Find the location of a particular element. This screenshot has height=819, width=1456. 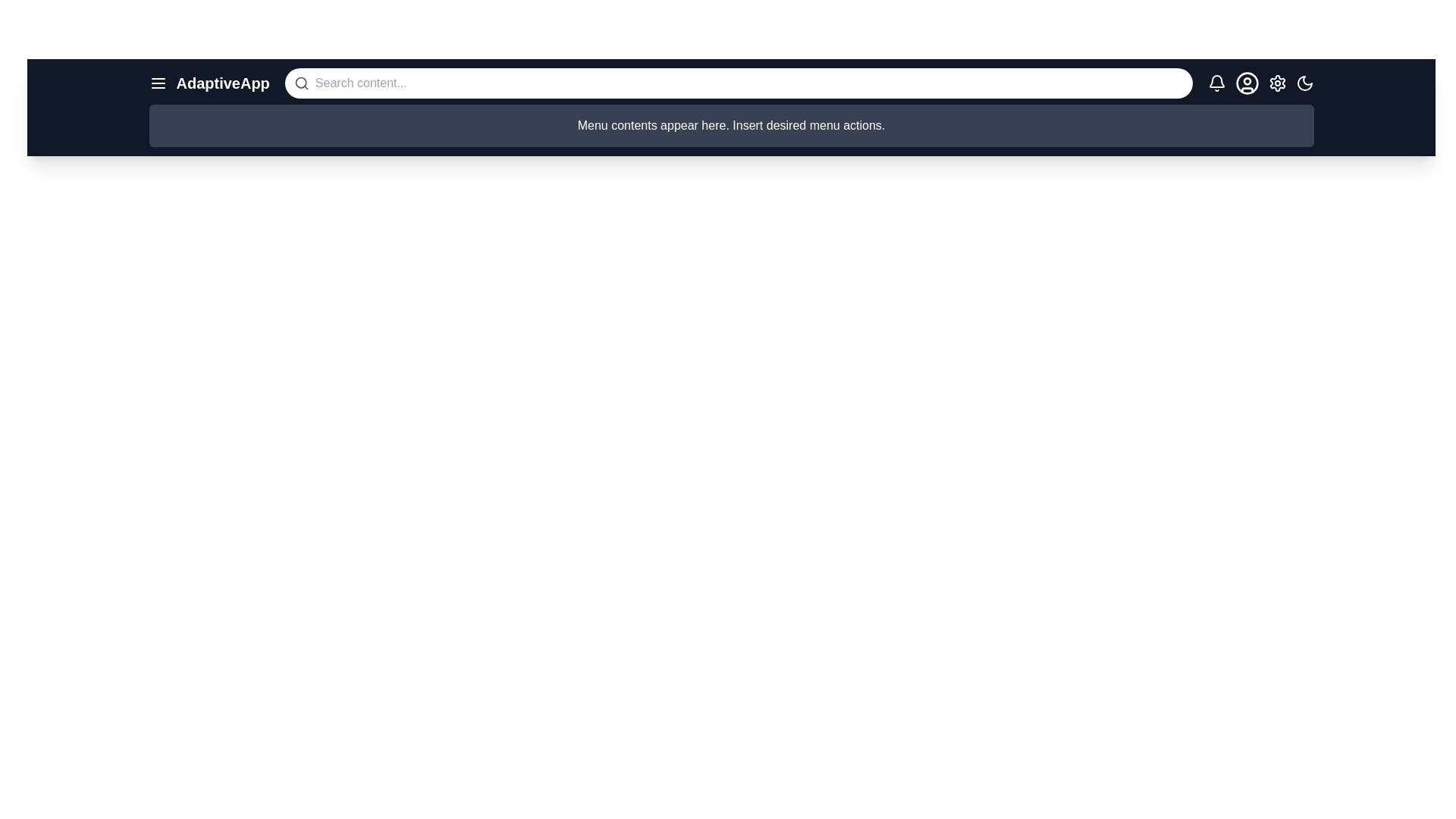

the dark mode toggle button to switch between dark and light modes is located at coordinates (1304, 83).